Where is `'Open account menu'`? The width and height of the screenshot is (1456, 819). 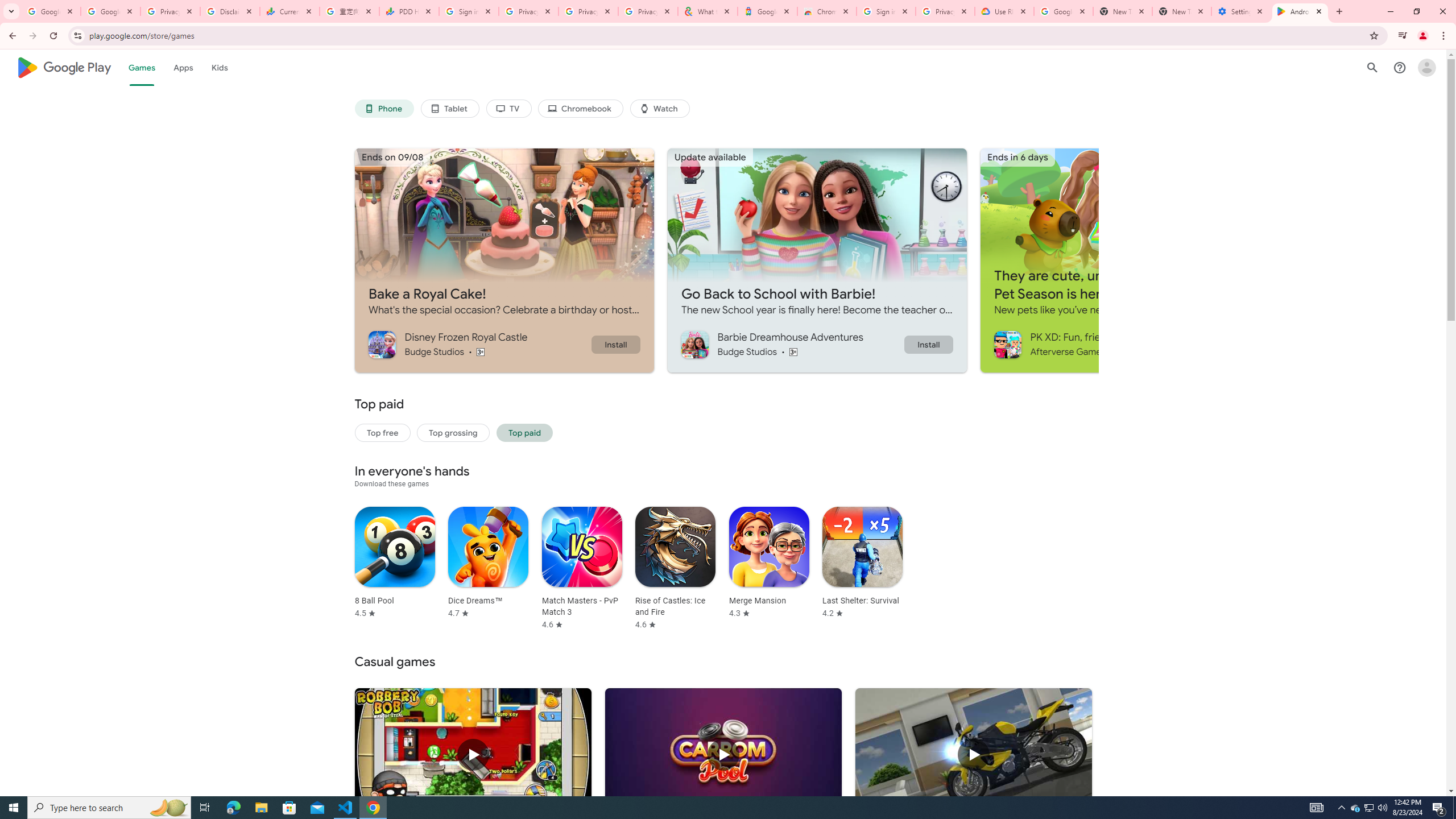 'Open account menu' is located at coordinates (1426, 67).